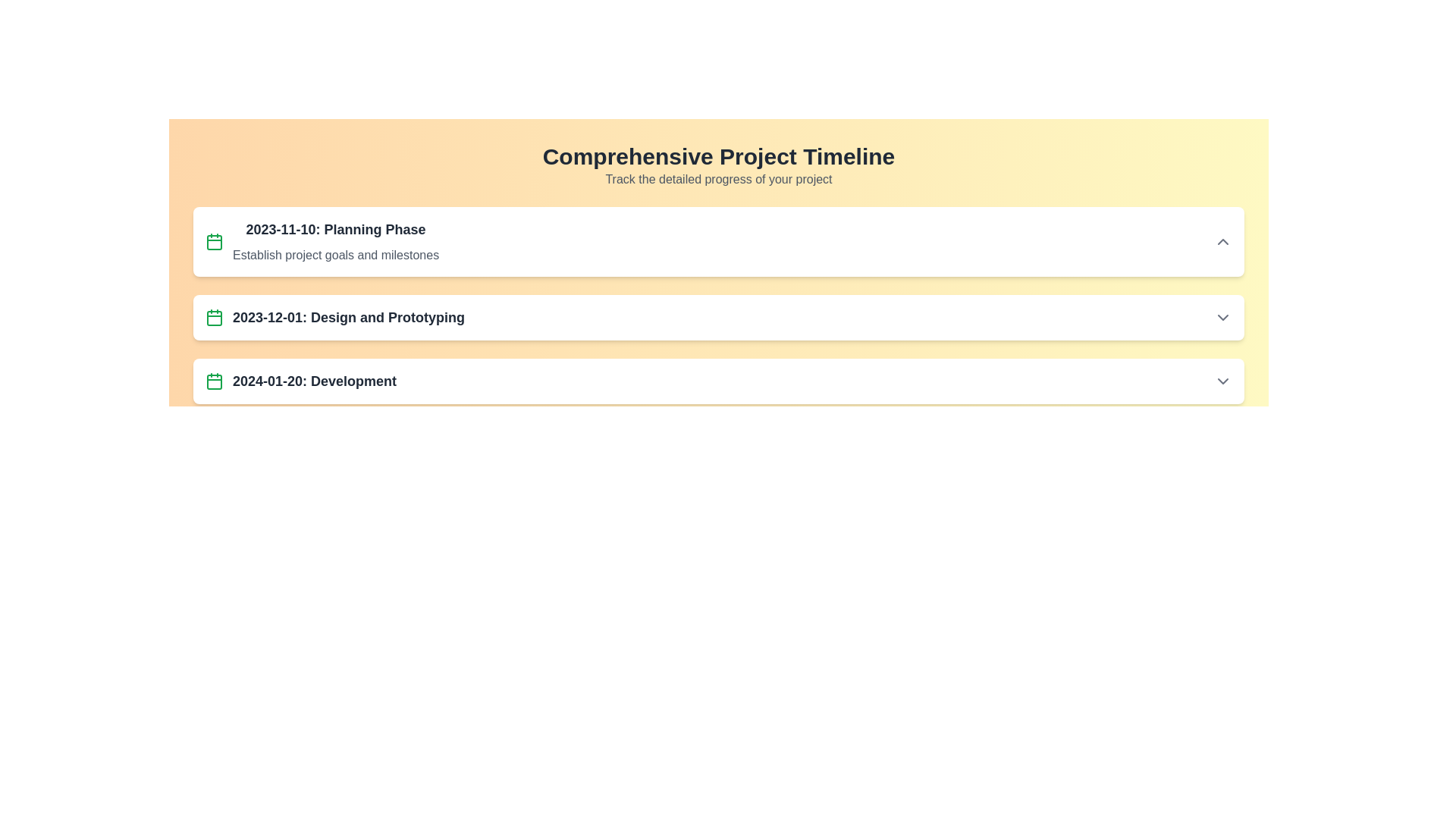 The image size is (1456, 819). I want to click on the list item containing the text '2023-12-01: Design and Prototyping' with a green calendar icon, so click(334, 317).